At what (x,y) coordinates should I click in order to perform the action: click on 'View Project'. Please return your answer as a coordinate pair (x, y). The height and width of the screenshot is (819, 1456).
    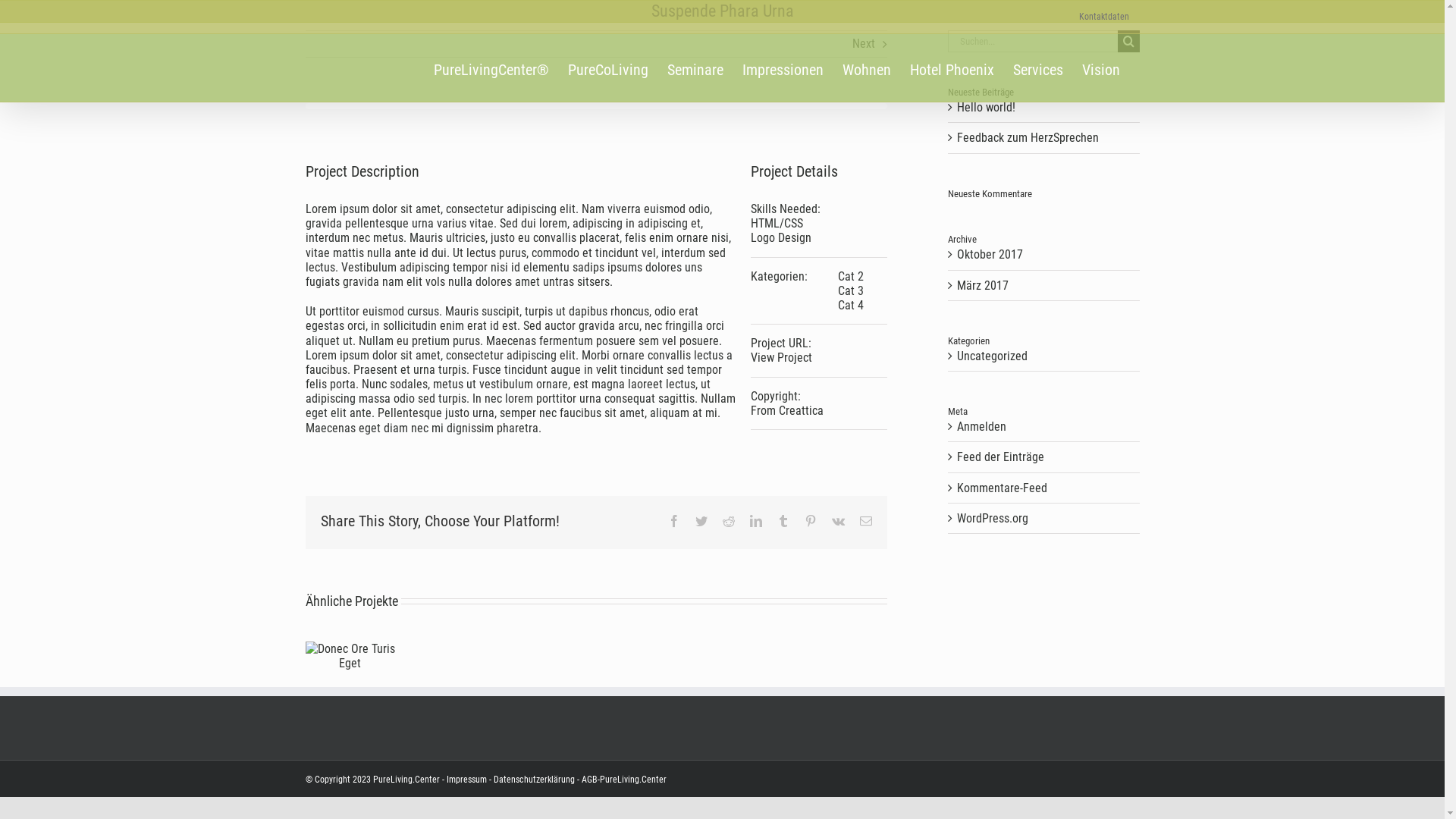
    Looking at the image, I should click on (781, 357).